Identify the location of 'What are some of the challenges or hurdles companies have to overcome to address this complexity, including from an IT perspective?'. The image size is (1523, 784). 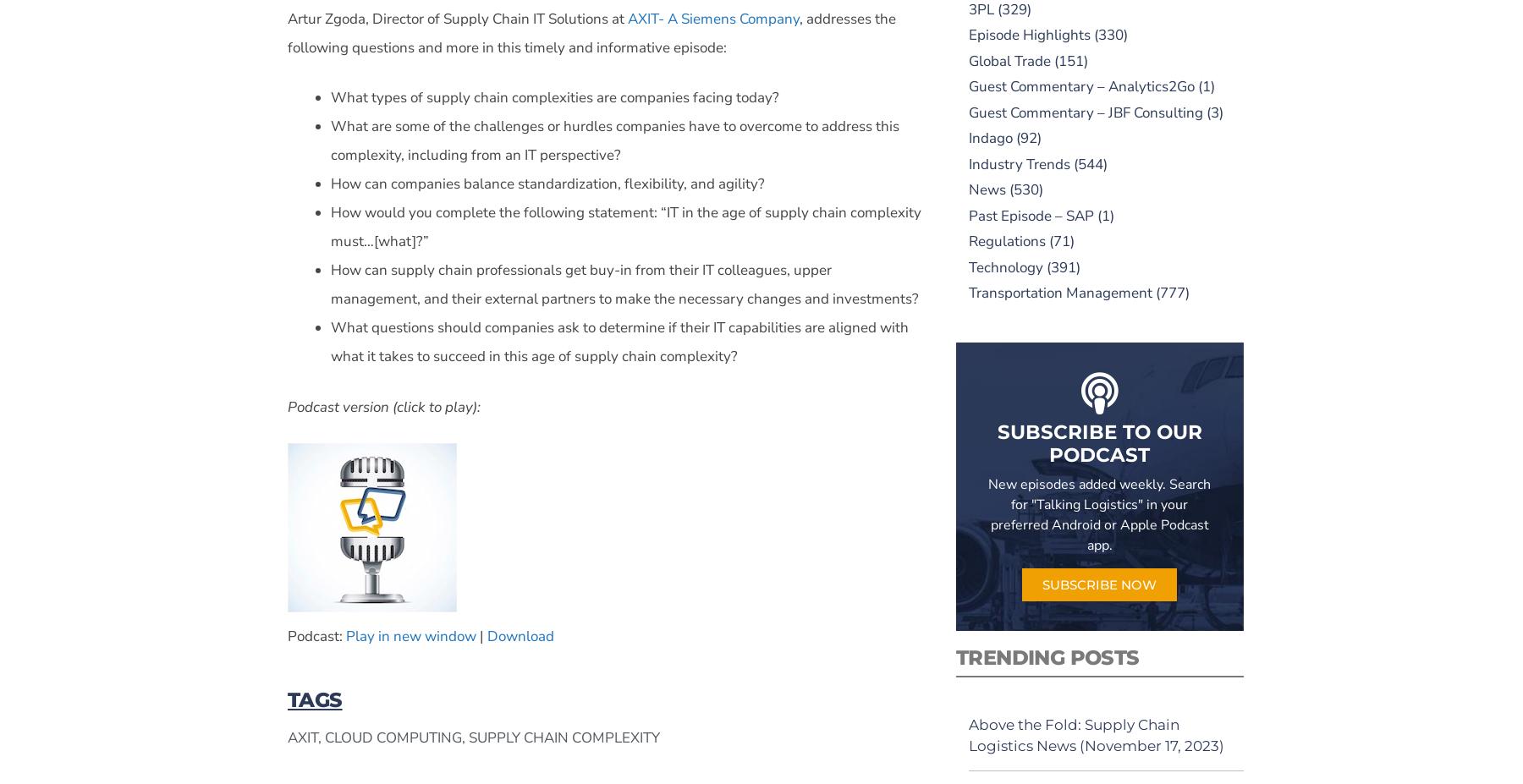
(614, 140).